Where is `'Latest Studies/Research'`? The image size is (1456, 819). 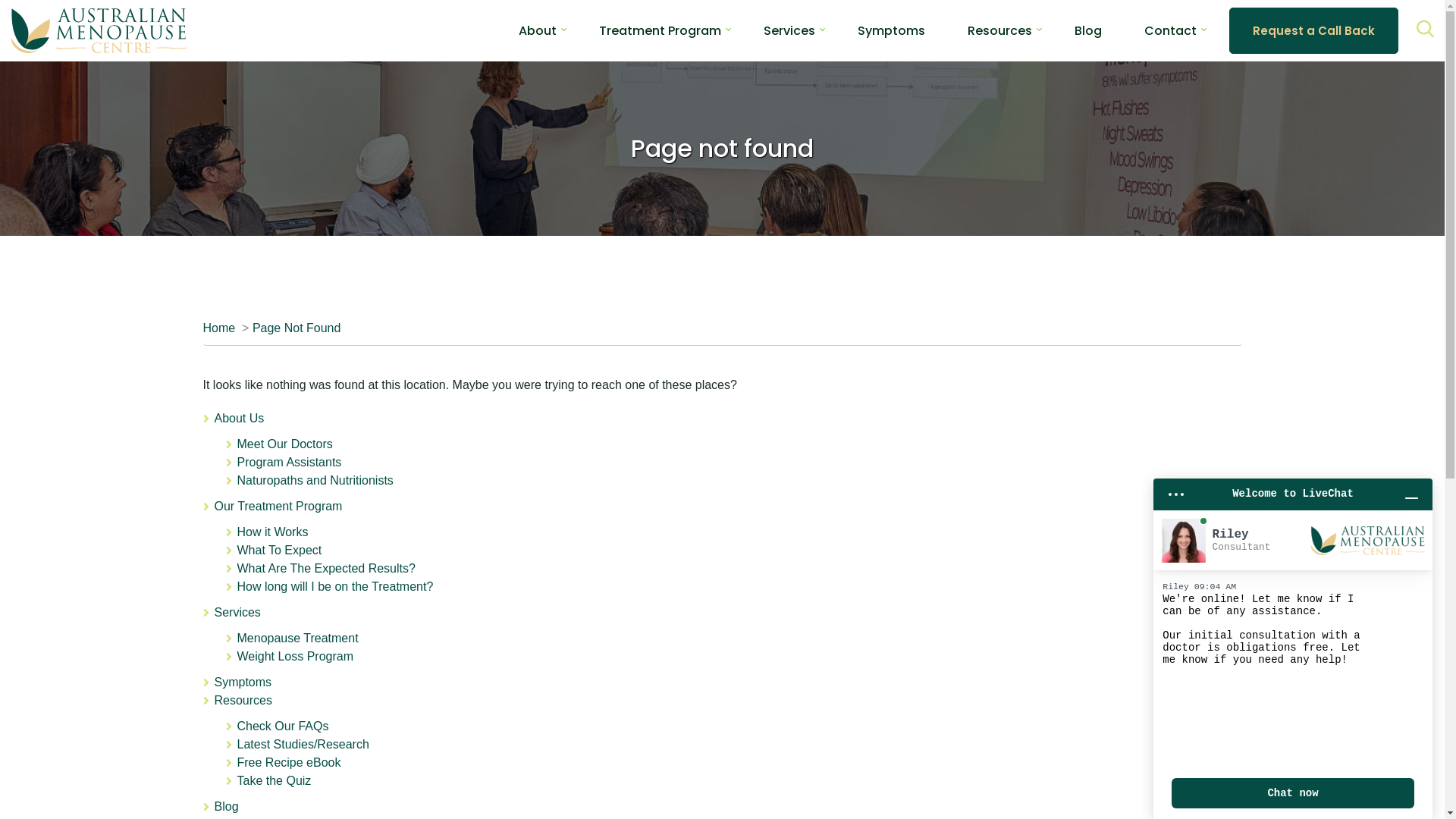 'Latest Studies/Research' is located at coordinates (302, 743).